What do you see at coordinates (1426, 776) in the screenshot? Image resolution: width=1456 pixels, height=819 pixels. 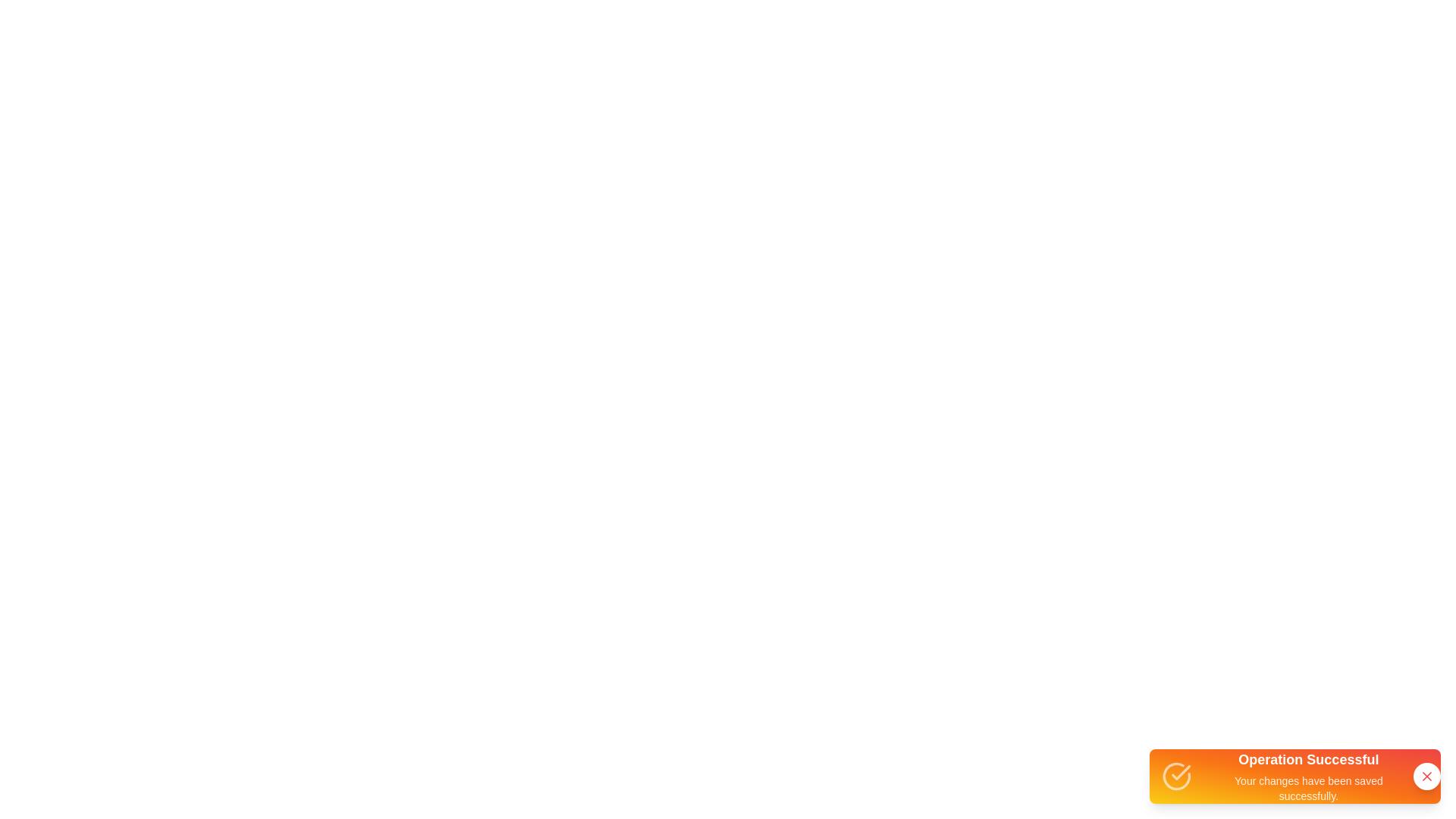 I see `the close button to observe hover effects` at bounding box center [1426, 776].